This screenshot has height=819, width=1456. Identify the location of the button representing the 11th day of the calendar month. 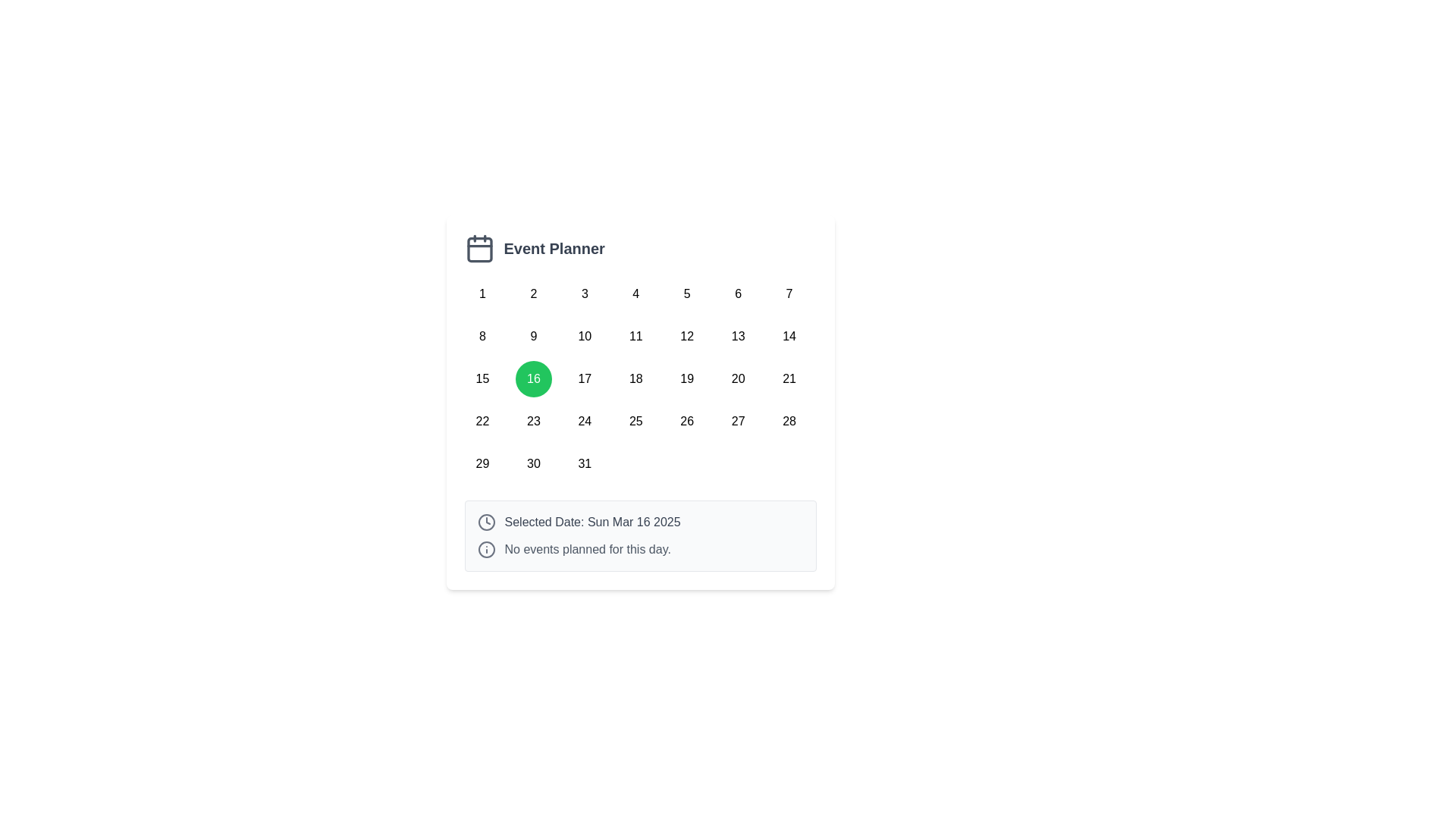
(635, 335).